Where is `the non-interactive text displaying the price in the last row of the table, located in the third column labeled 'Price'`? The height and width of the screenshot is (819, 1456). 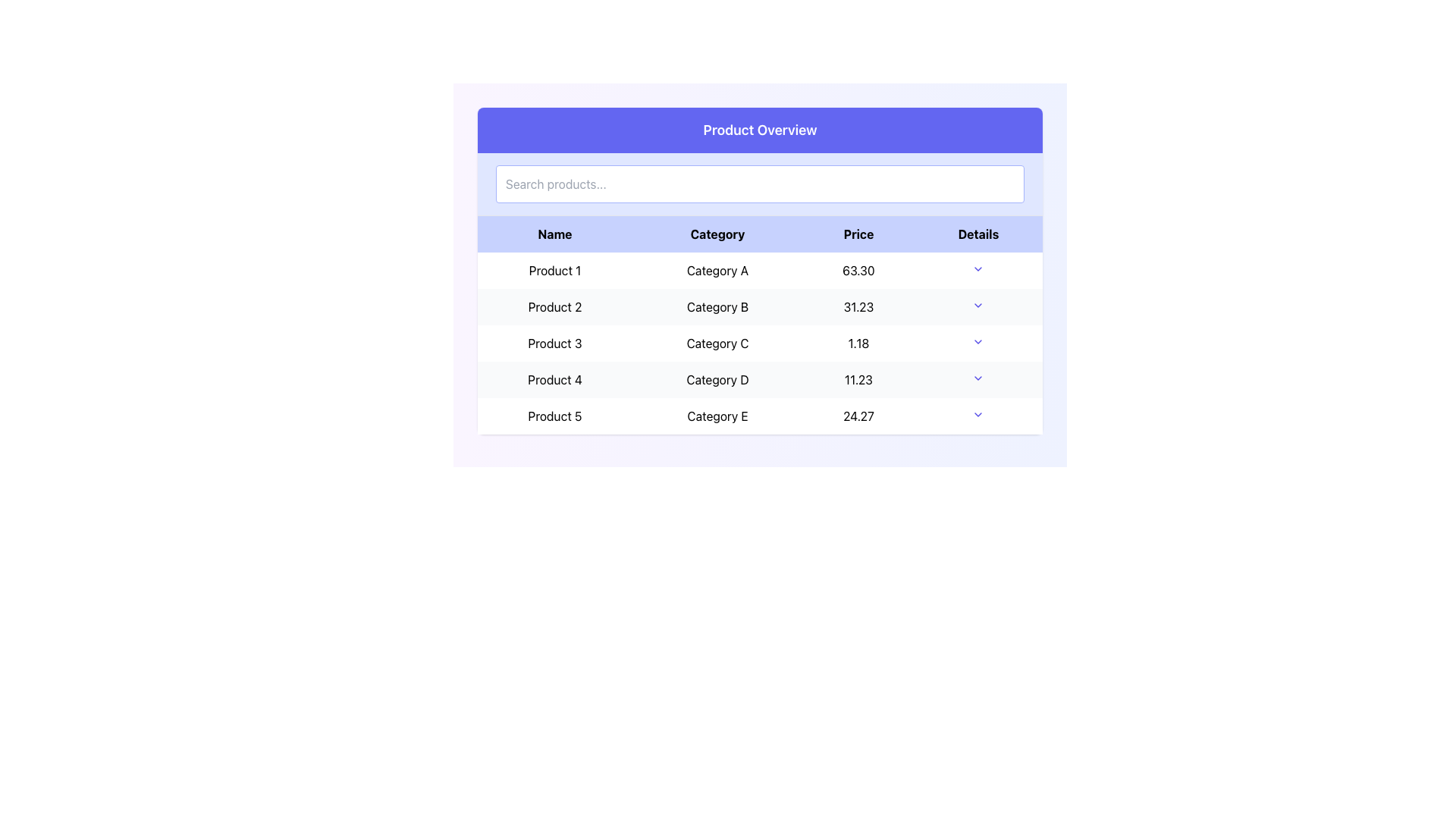
the non-interactive text displaying the price in the last row of the table, located in the third column labeled 'Price' is located at coordinates (858, 416).